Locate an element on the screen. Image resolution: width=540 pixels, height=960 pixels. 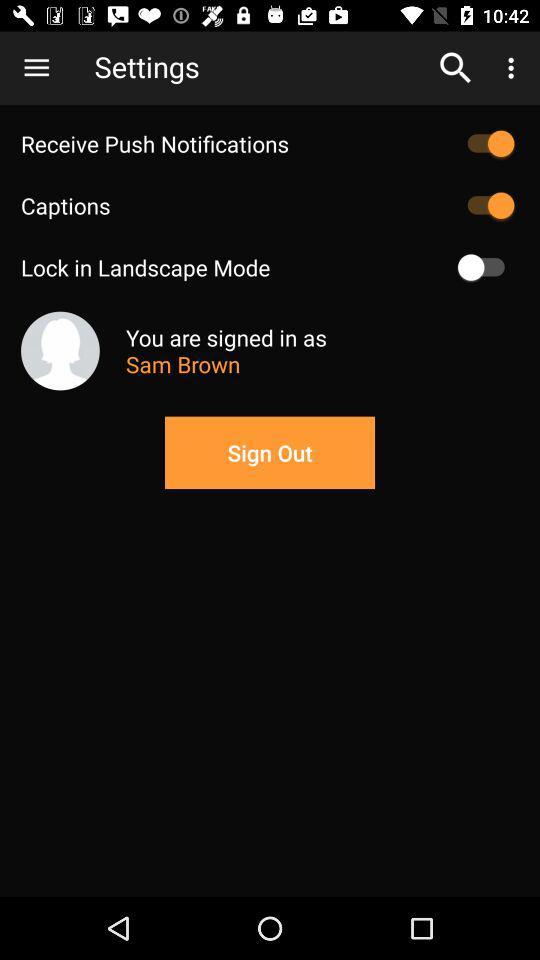
push notifications is located at coordinates (485, 142).